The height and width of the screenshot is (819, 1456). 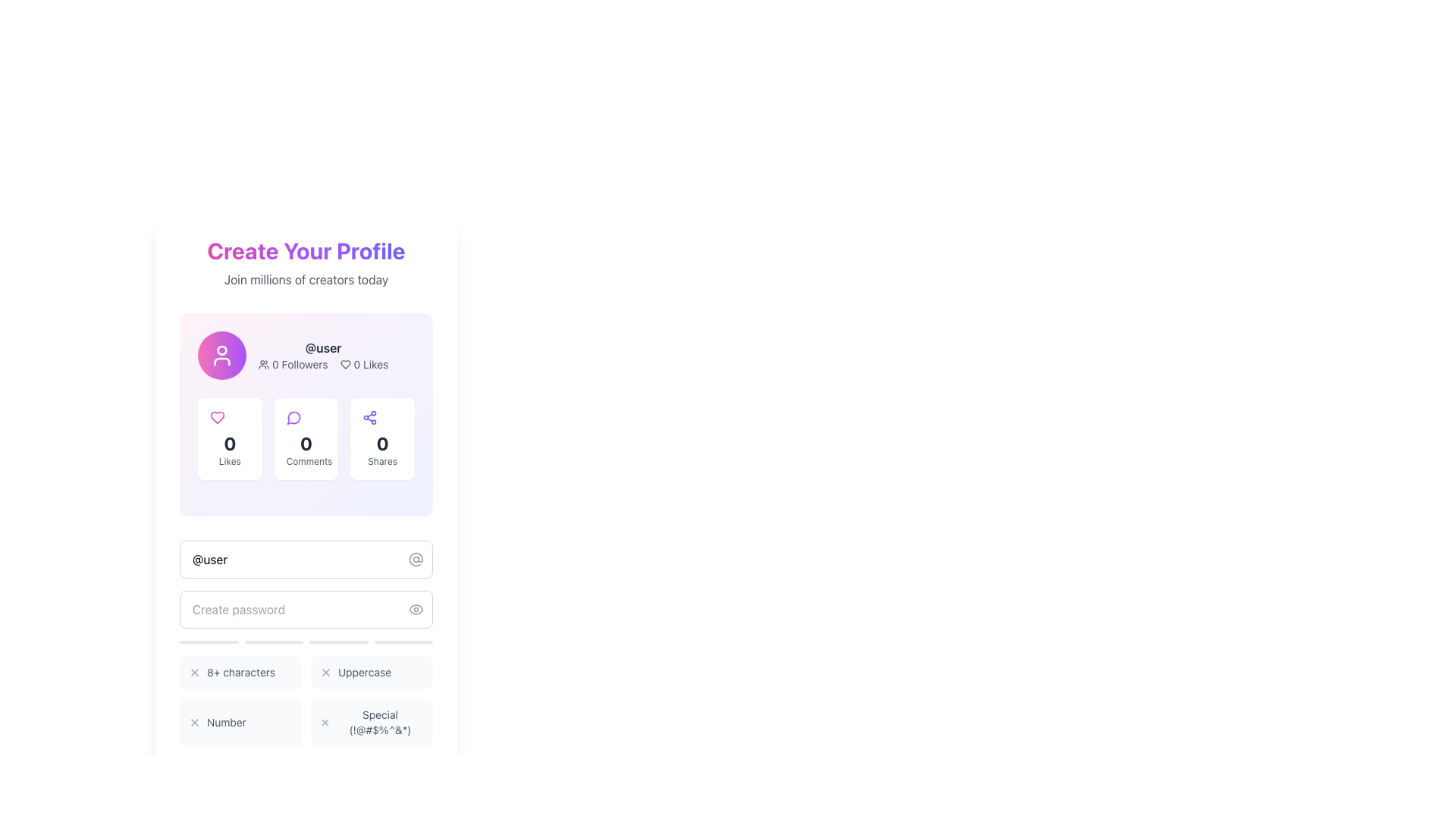 I want to click on the Circular icon button representing the user's profile or avatar, positioned to the left of the '@user' text, so click(x=221, y=356).